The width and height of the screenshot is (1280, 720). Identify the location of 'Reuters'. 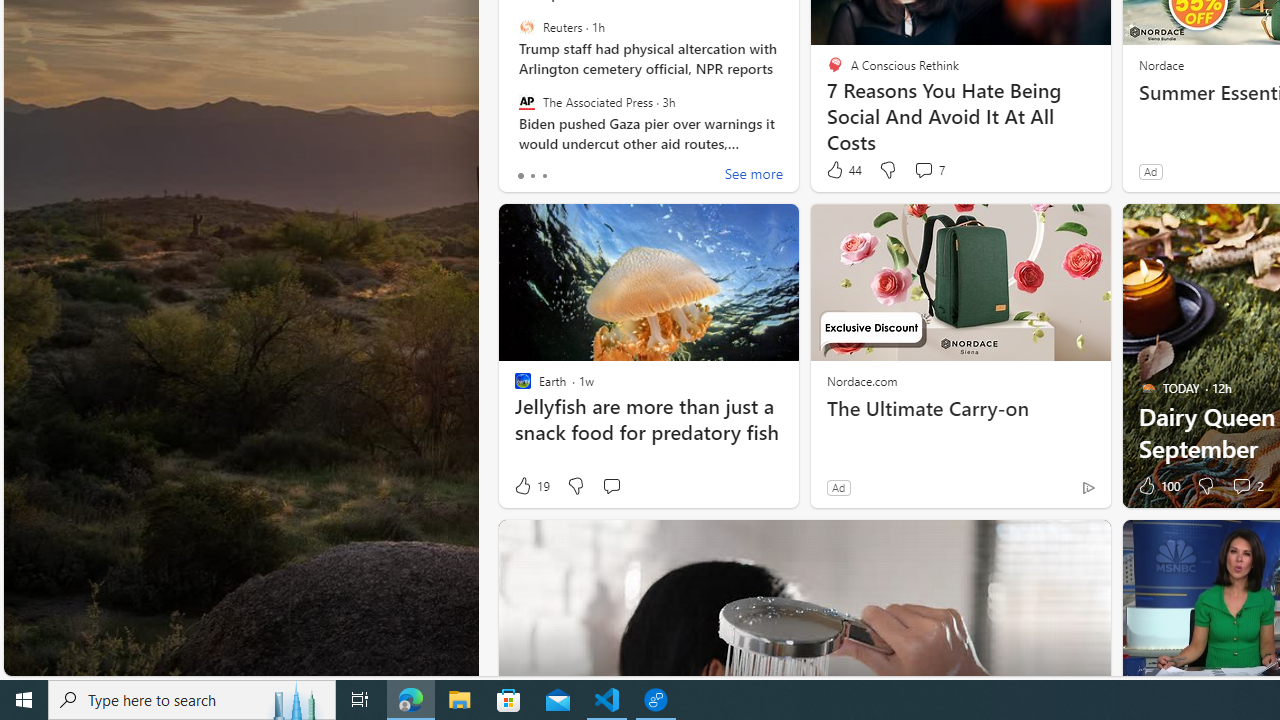
(526, 27).